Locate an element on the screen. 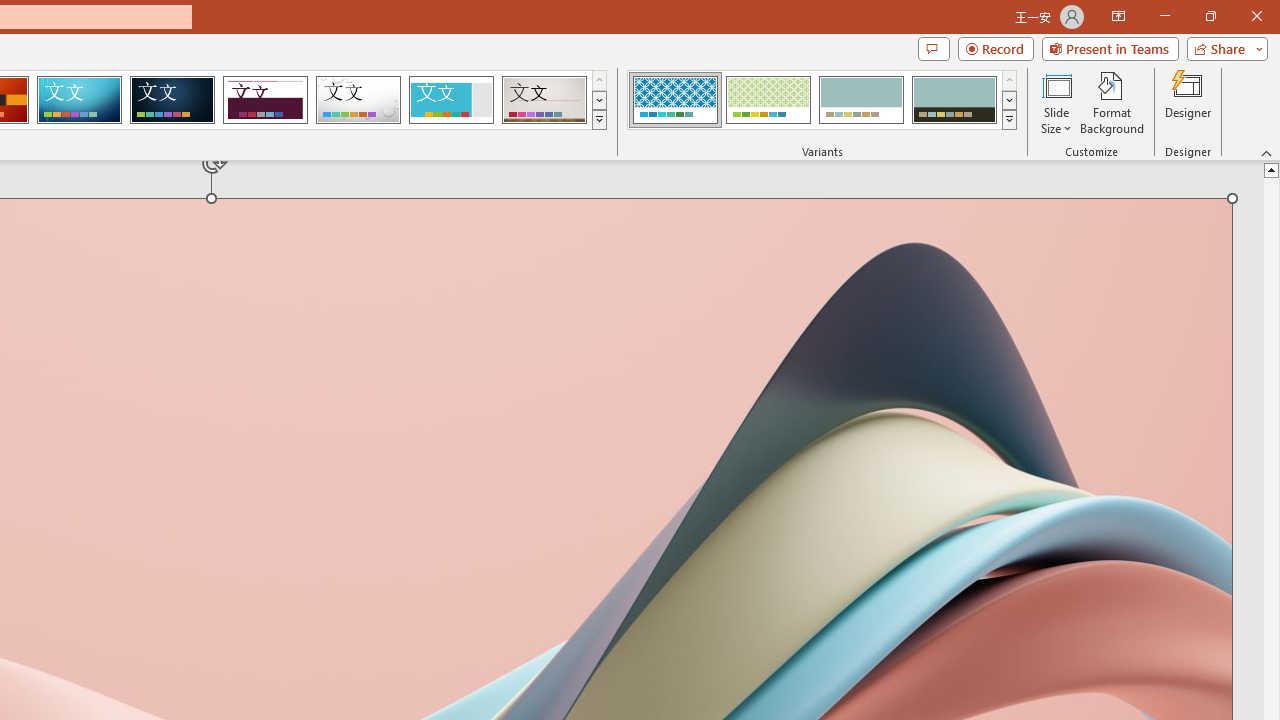 The height and width of the screenshot is (720, 1280). 'Droplet' is located at coordinates (358, 100).